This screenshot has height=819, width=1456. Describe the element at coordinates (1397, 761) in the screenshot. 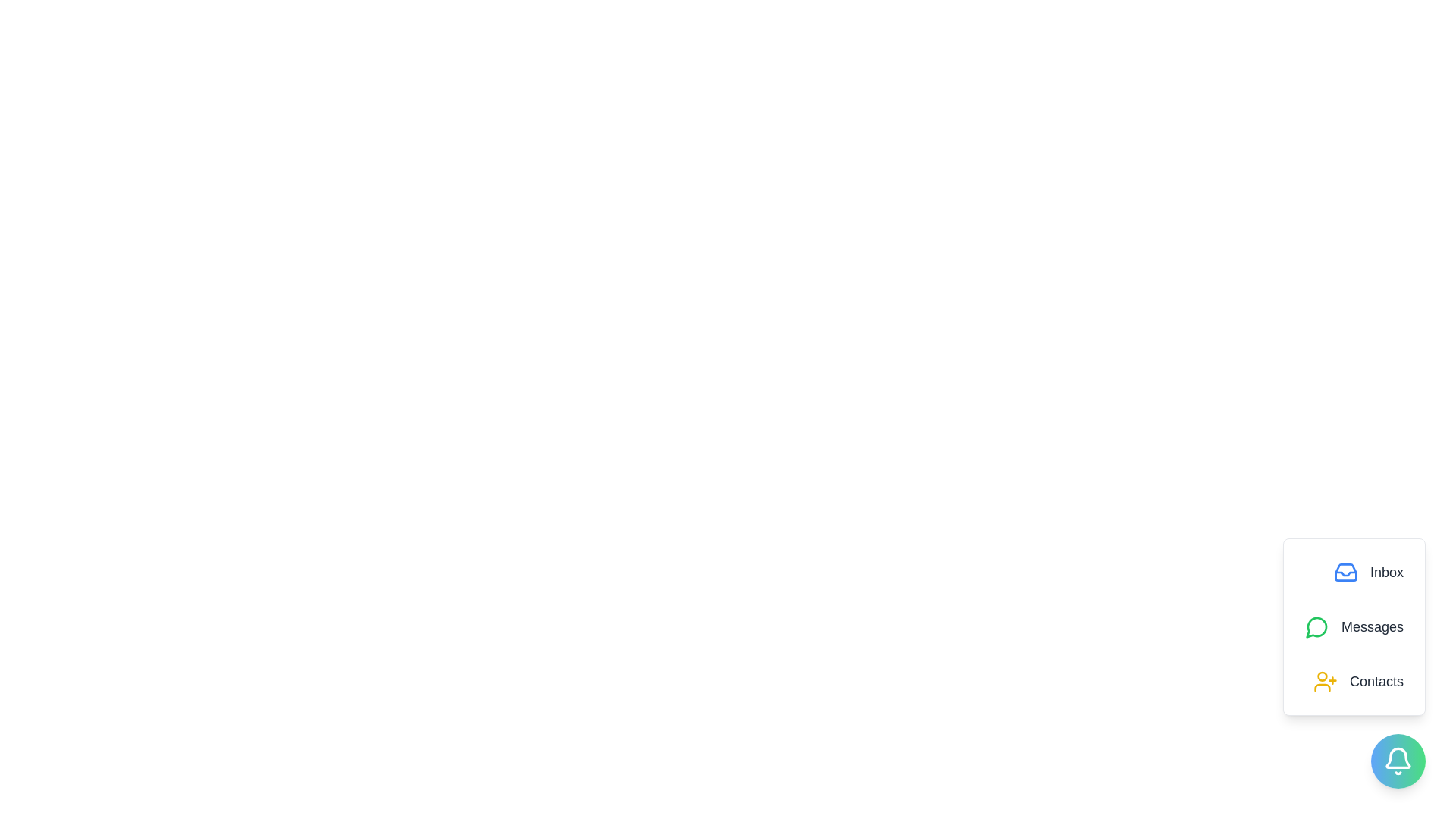

I see `the speed dial toggle button to toggle its visibility` at that location.